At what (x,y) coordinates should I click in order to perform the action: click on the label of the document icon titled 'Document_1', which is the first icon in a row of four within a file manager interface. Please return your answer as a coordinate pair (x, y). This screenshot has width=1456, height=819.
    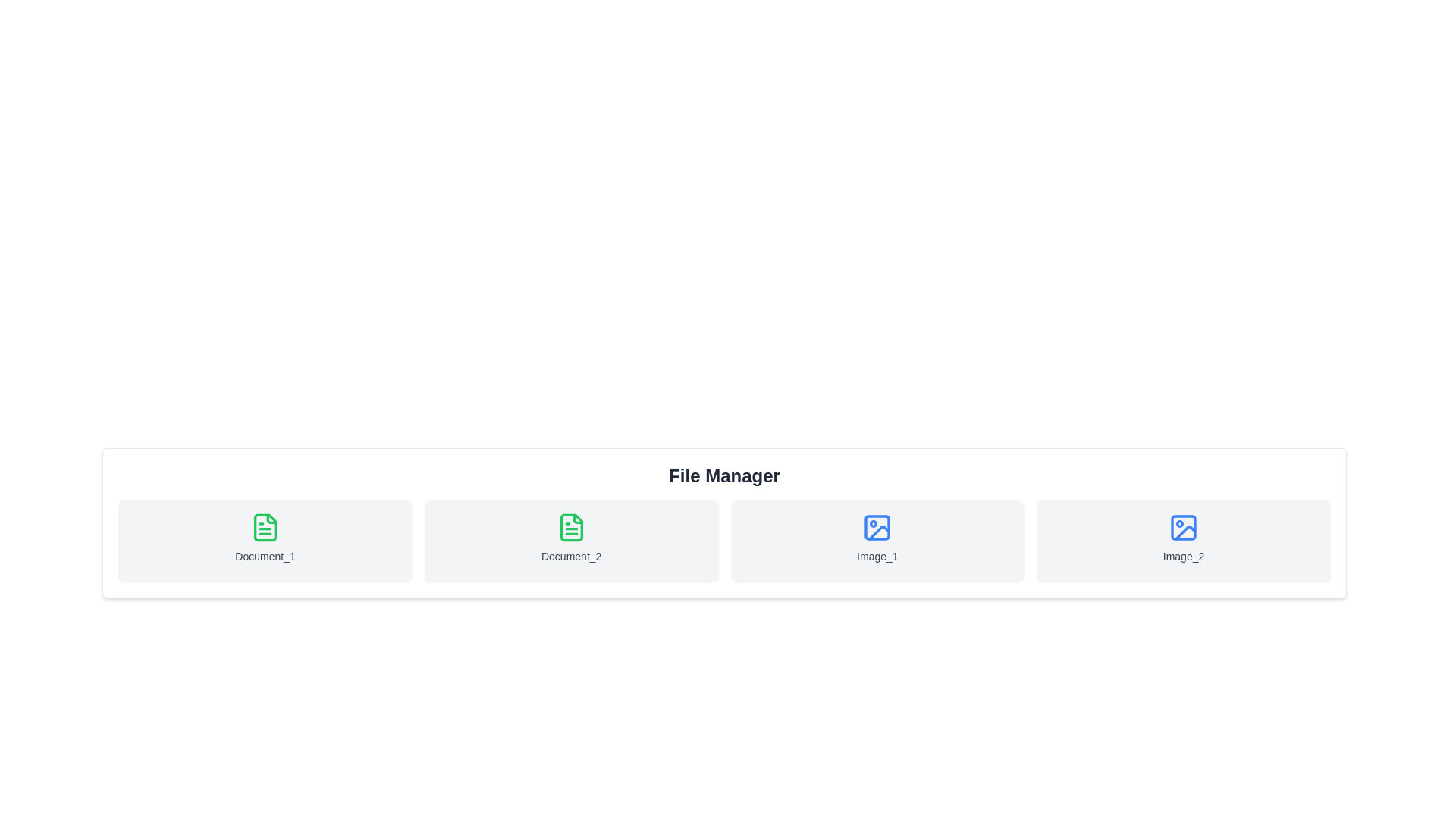
    Looking at the image, I should click on (265, 526).